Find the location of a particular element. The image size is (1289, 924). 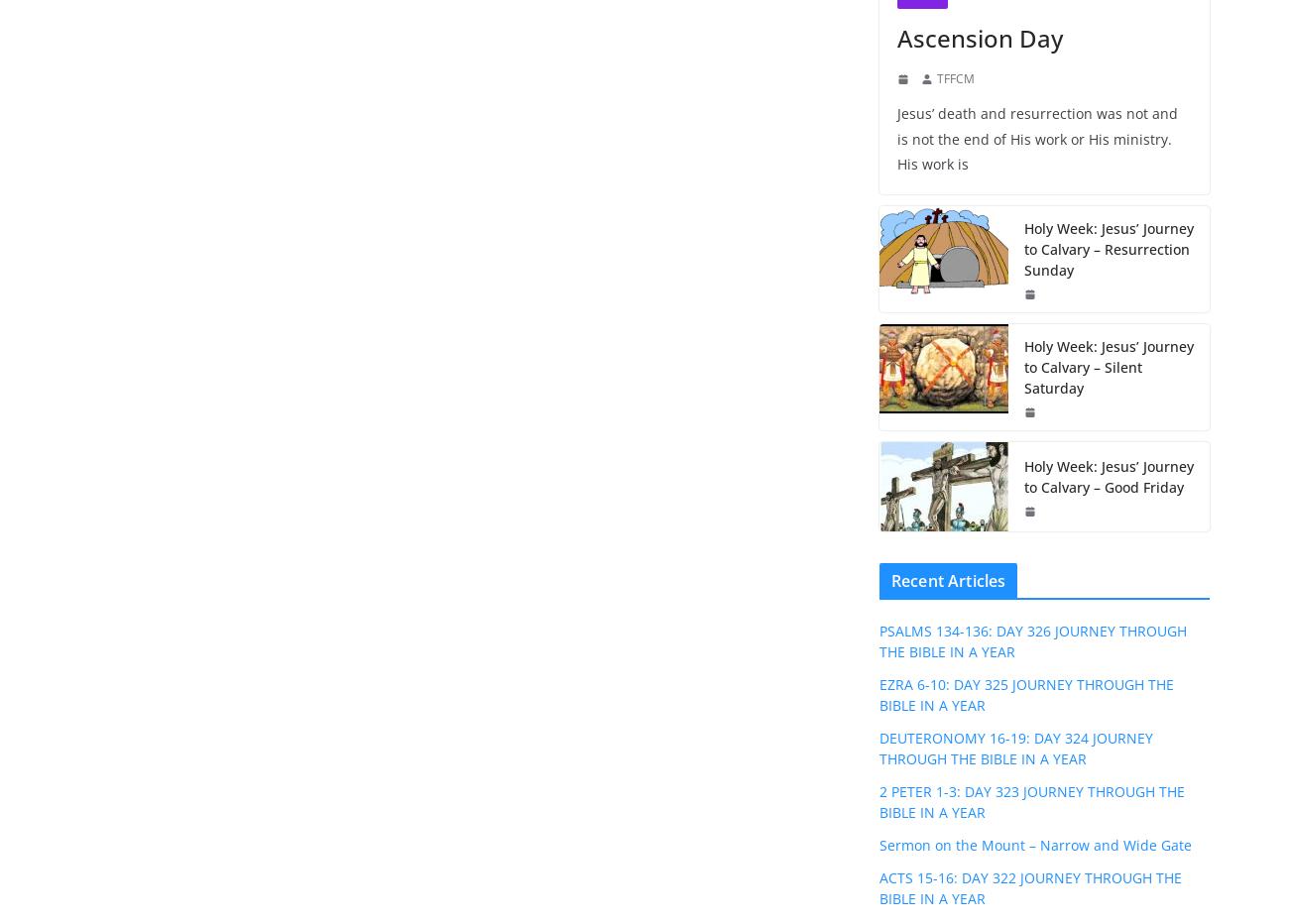

'Jesus’ death and resurrection was not and is not the end of His work or His ministry. His work is' is located at coordinates (896, 137).